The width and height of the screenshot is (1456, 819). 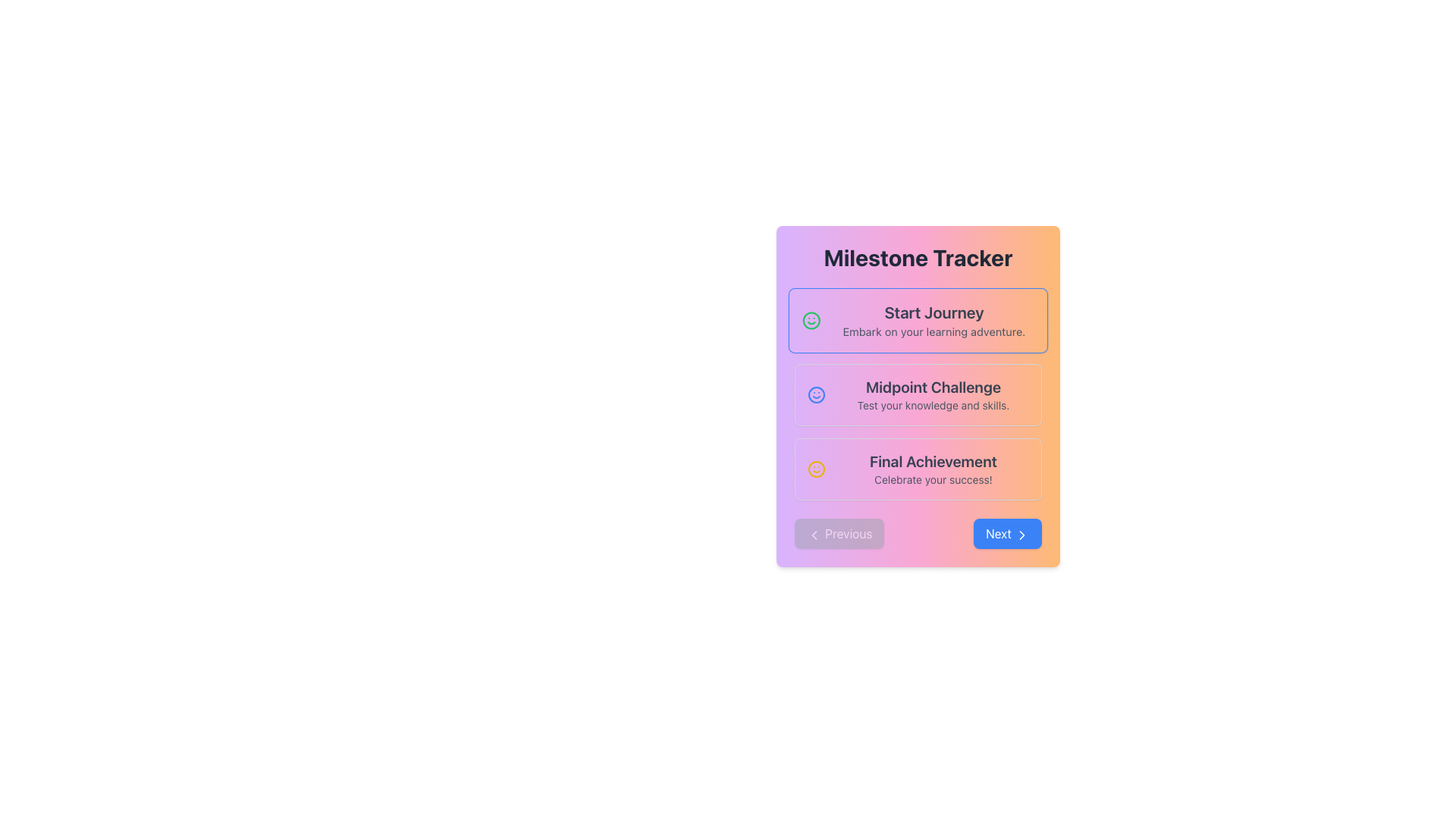 I want to click on the 'Next' SVG Icon located at the bottom-right corner of the 'Next' button within the 'Milestone Tracker' card, so click(x=1022, y=534).